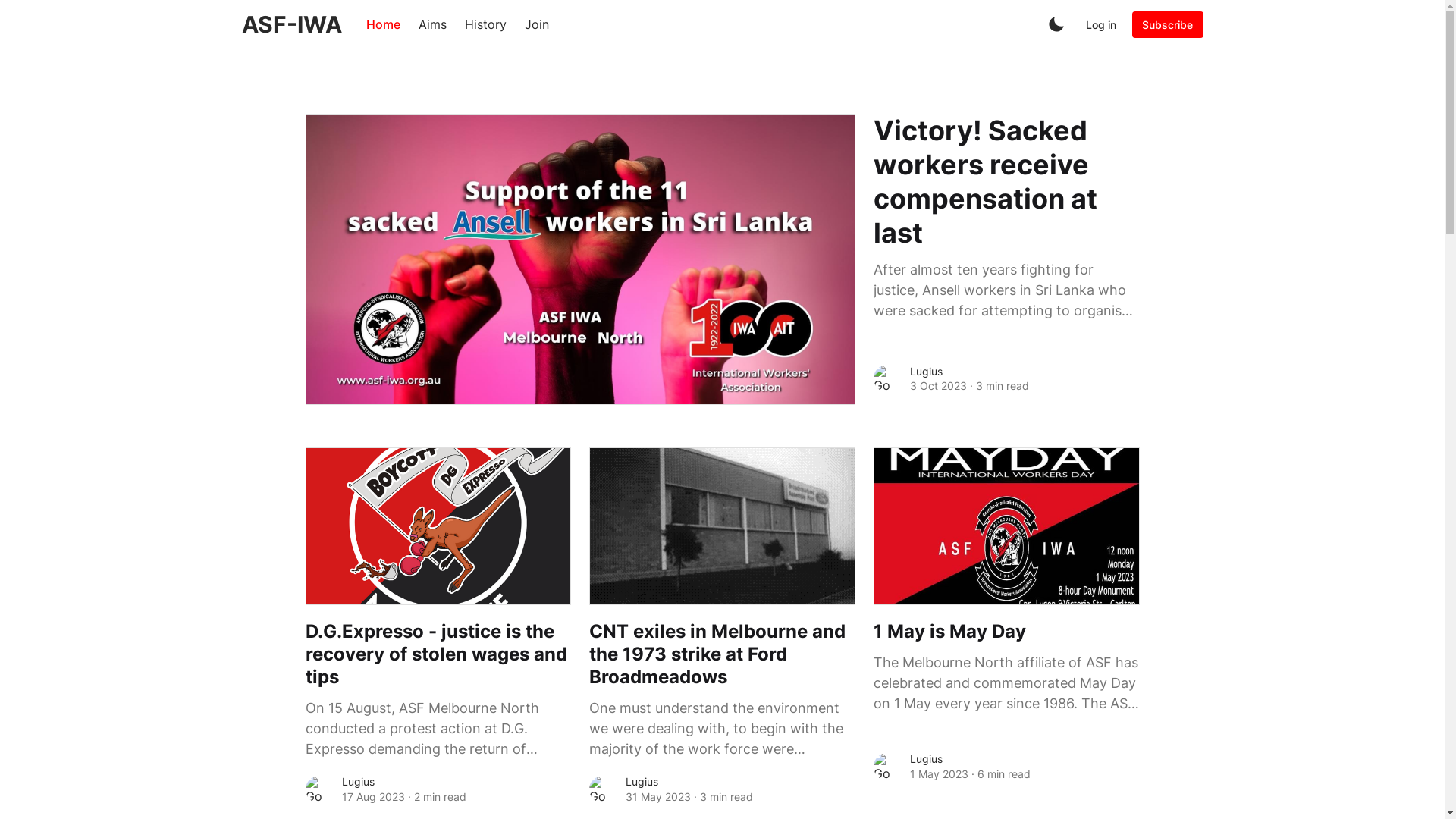  I want to click on 'Go to the profile of Lugius', so click(588, 789).